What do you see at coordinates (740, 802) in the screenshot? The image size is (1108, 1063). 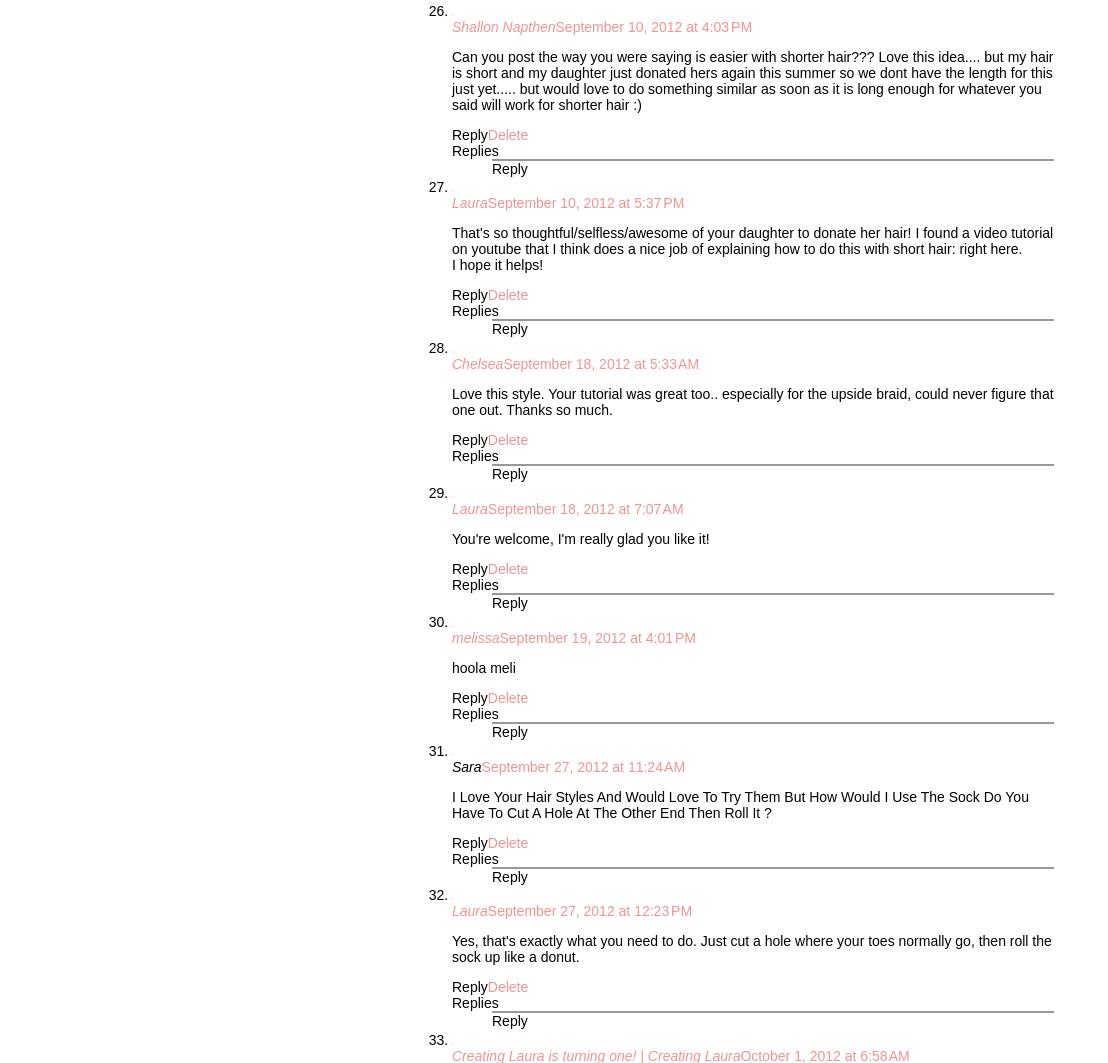 I see `'I Love Your Hair Styles And Would Love To Try Them But How Would I Use The Sock Do You Have To Cut A Hole At The Other End Then Roll It ?'` at bounding box center [740, 802].